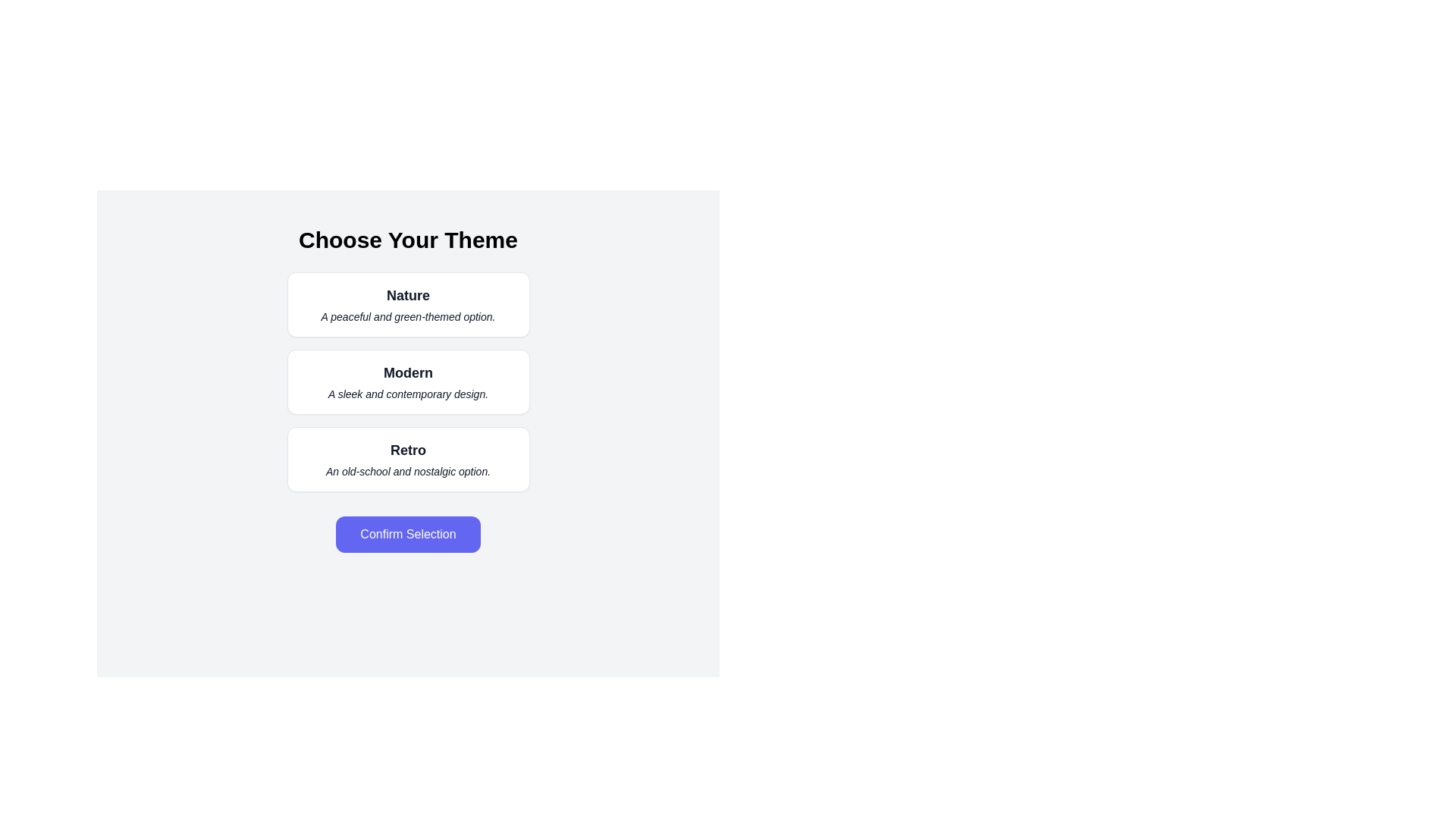 This screenshot has height=819, width=1456. I want to click on descriptive subtext label located below the 'Modern' title, which is centered within the middle white card of the three options, so click(408, 394).